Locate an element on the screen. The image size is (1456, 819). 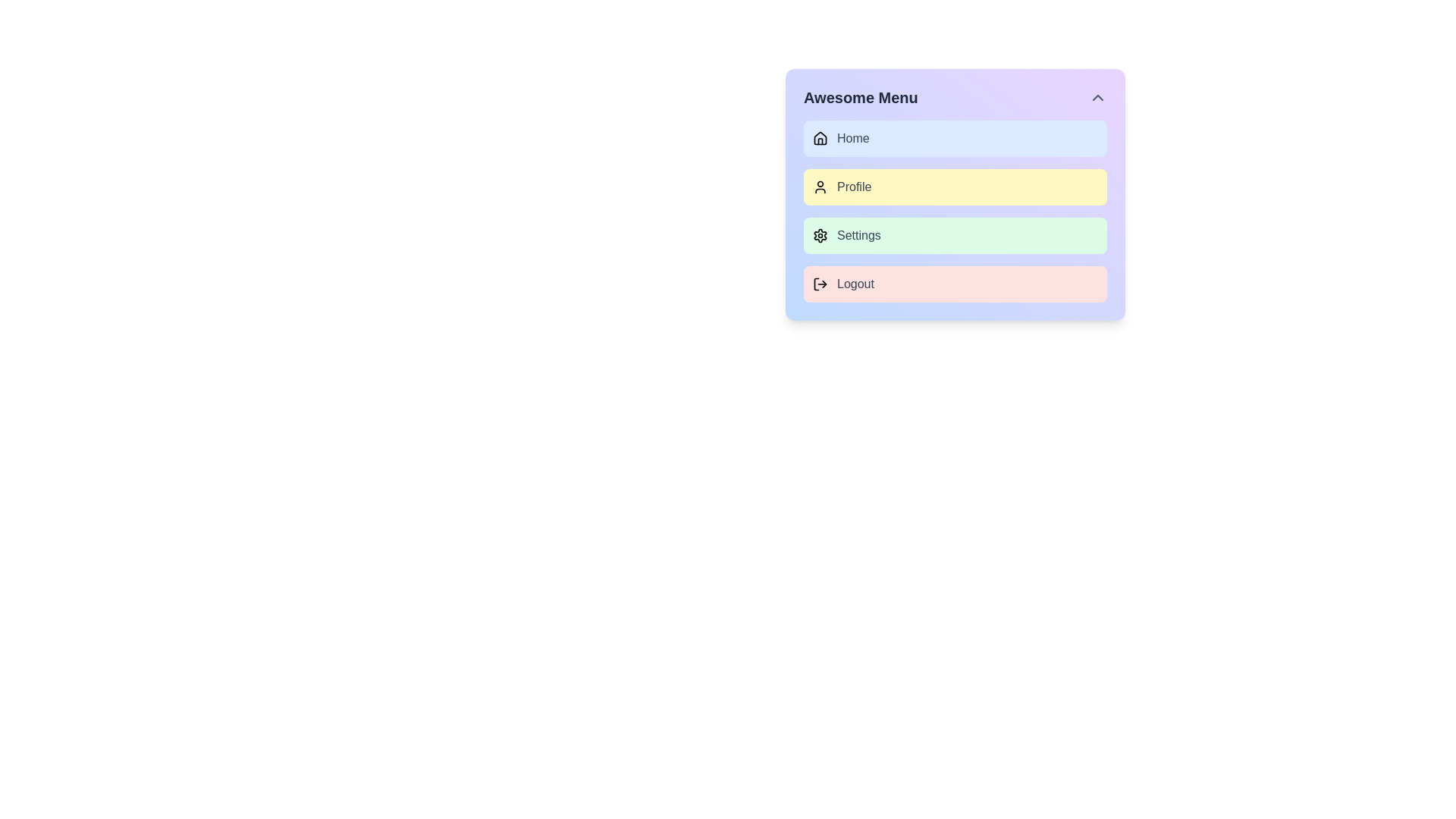
the 'Profile' button, which is the second item in the vertical menu is located at coordinates (954, 186).